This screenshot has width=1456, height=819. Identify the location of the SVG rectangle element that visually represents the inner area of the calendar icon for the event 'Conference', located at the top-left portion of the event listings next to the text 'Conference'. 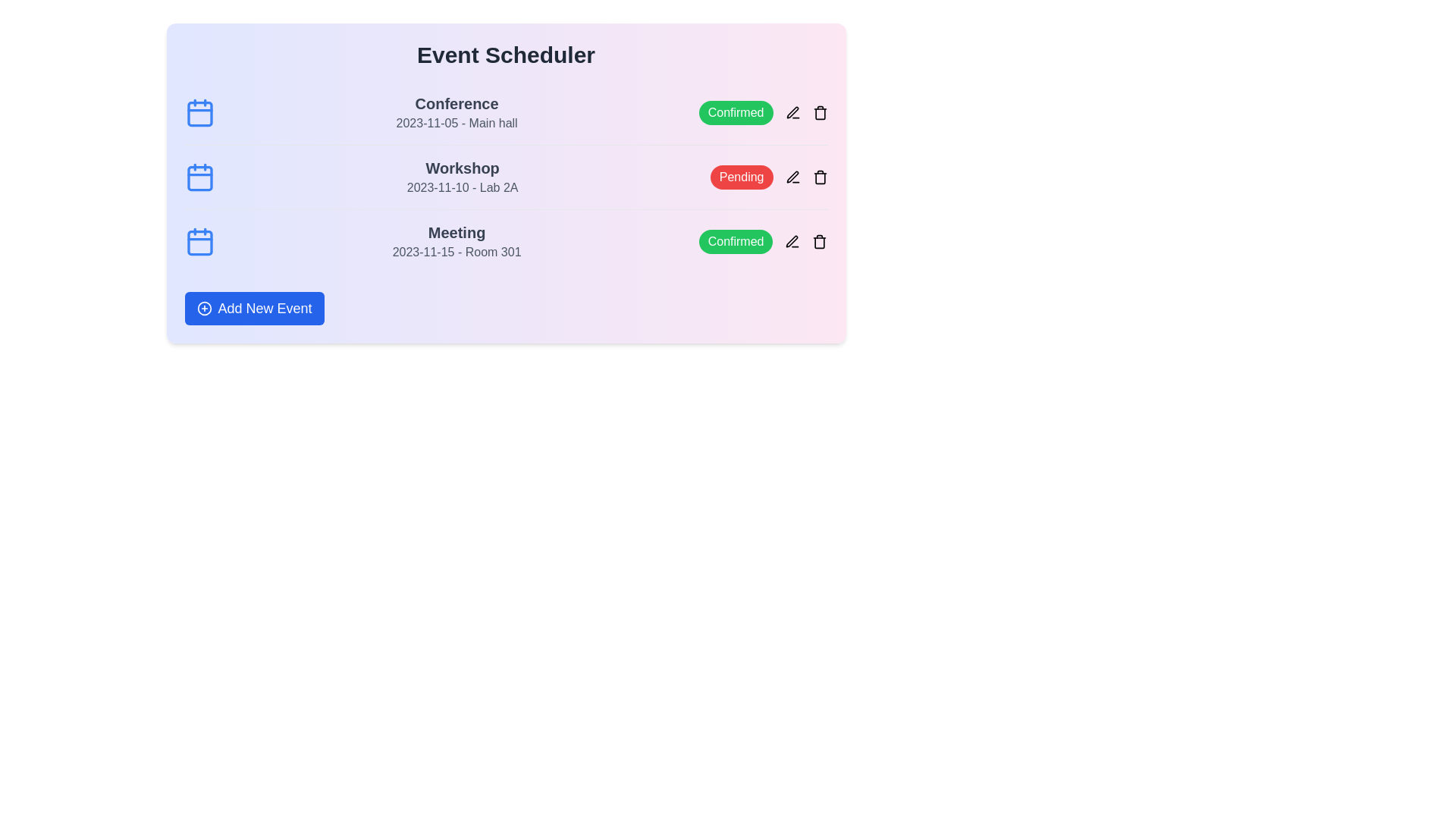
(199, 113).